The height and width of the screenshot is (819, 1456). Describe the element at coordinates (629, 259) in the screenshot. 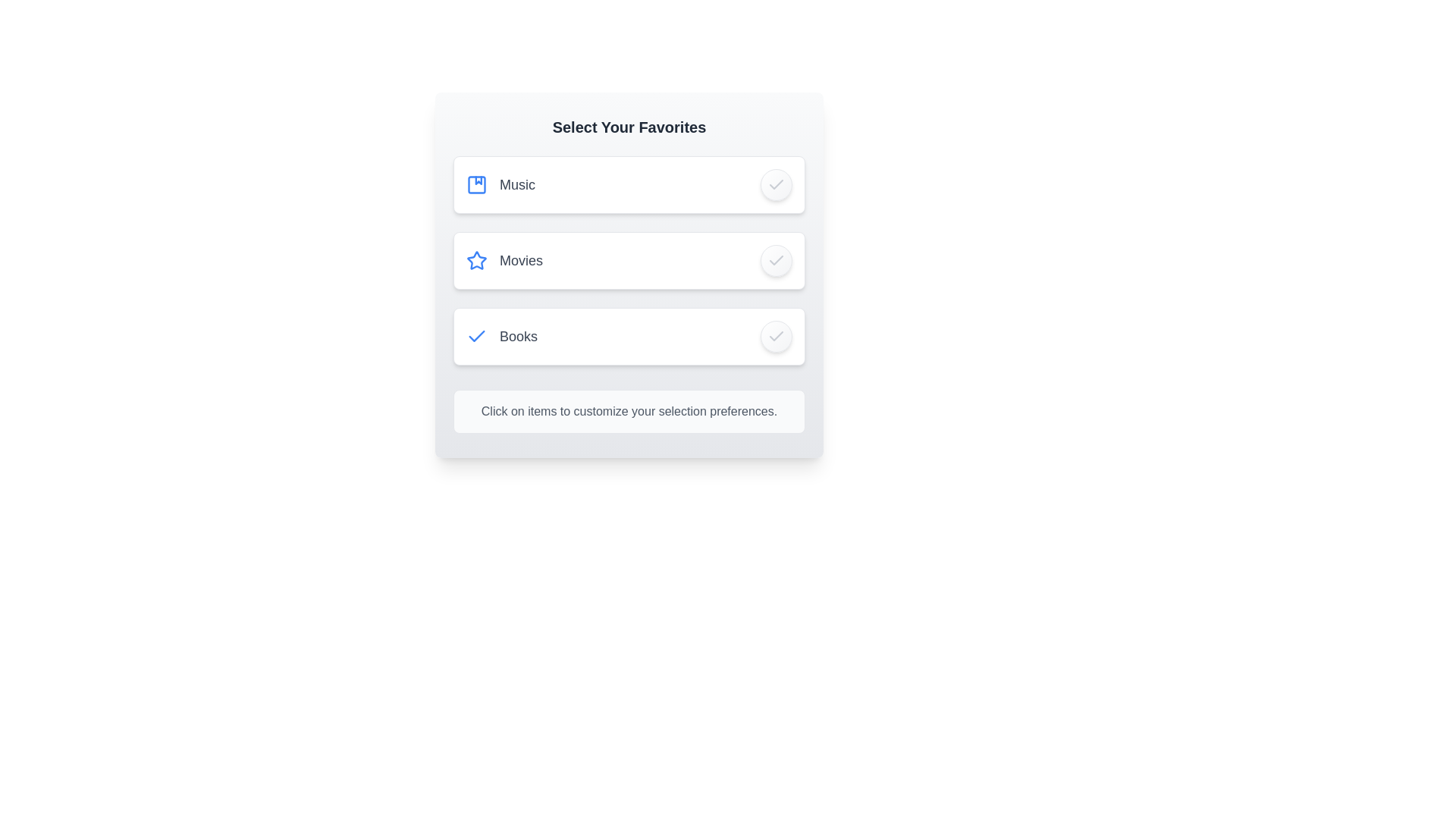

I see `the second item in the vertical list, which represents the selectable option 'Movies'` at that location.